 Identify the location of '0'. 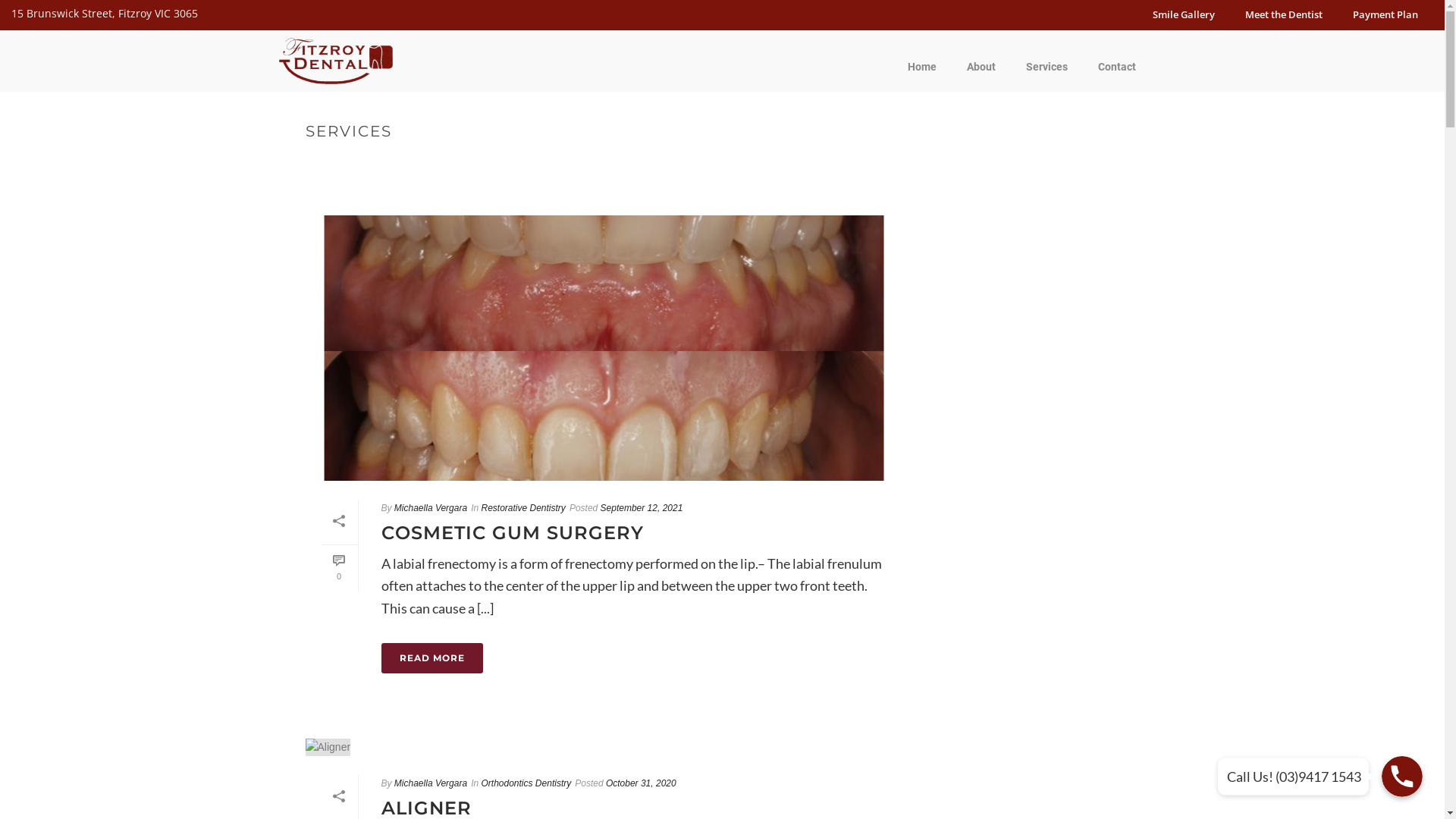
(319, 568).